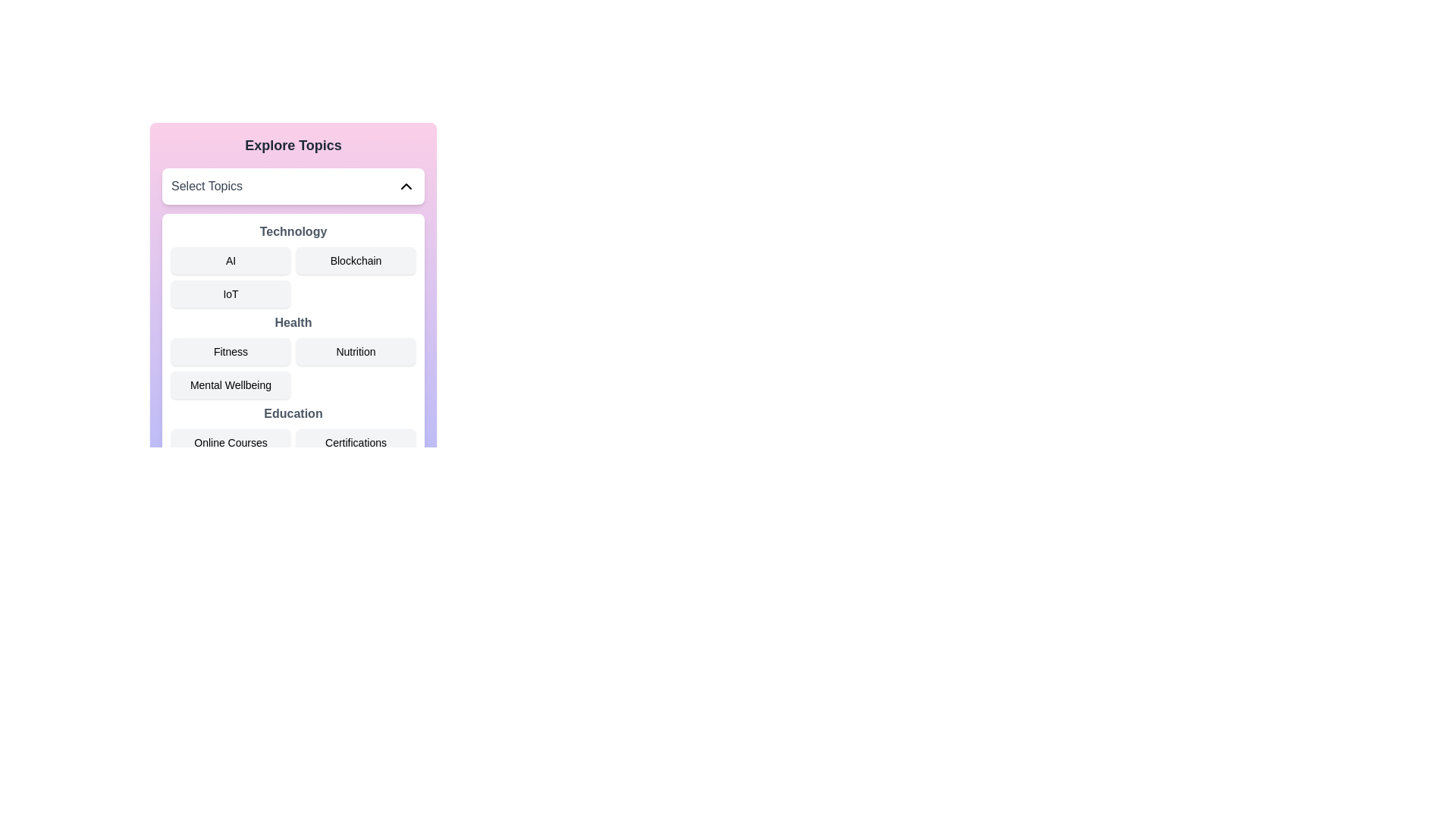 This screenshot has height=819, width=1456. What do you see at coordinates (230, 384) in the screenshot?
I see `the mental wellbeing button located in the second row of the 'Health' category` at bounding box center [230, 384].